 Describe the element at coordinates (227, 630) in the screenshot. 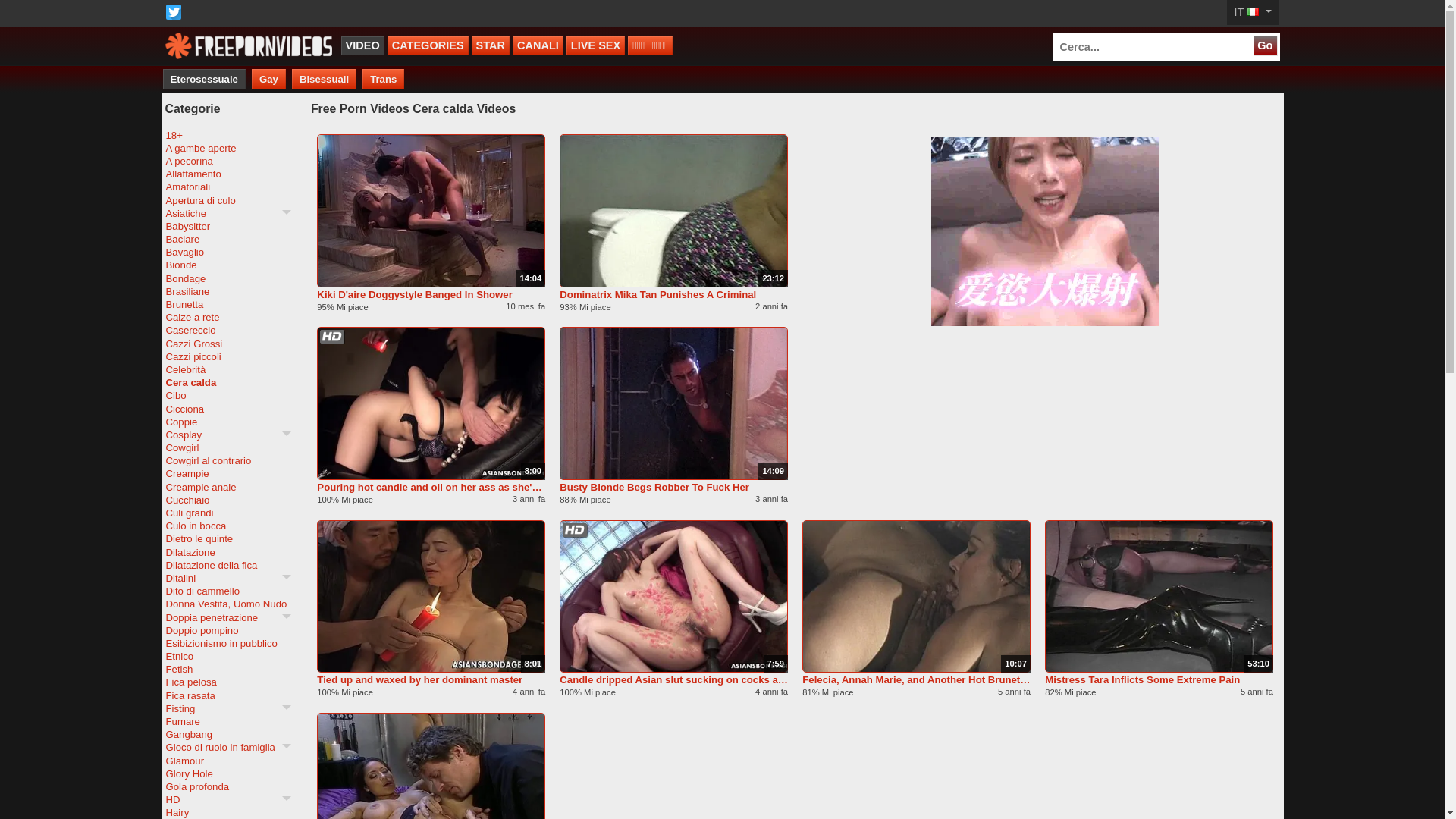

I see `'Doppio pompino'` at that location.